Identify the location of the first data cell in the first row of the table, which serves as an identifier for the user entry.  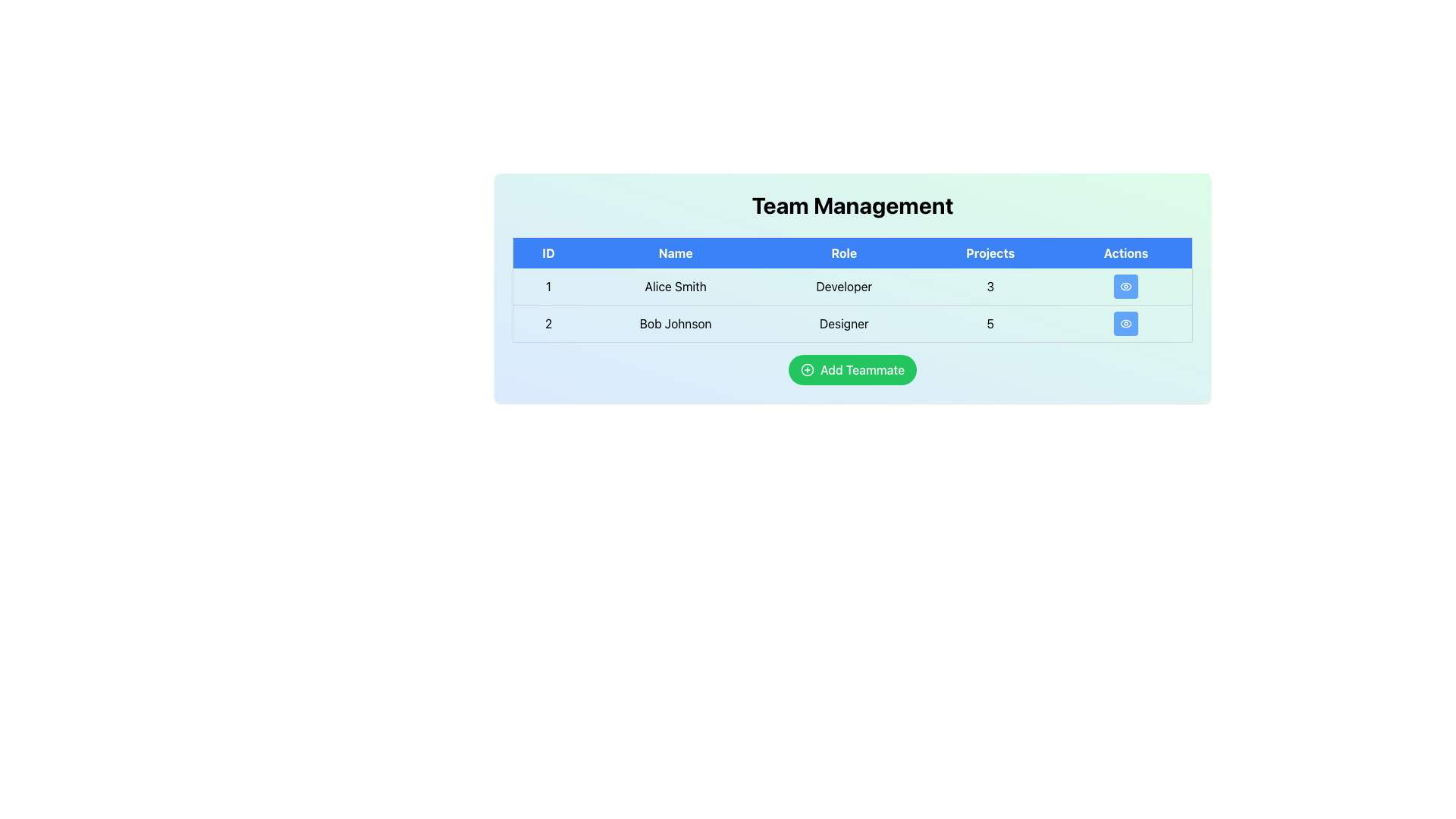
(548, 287).